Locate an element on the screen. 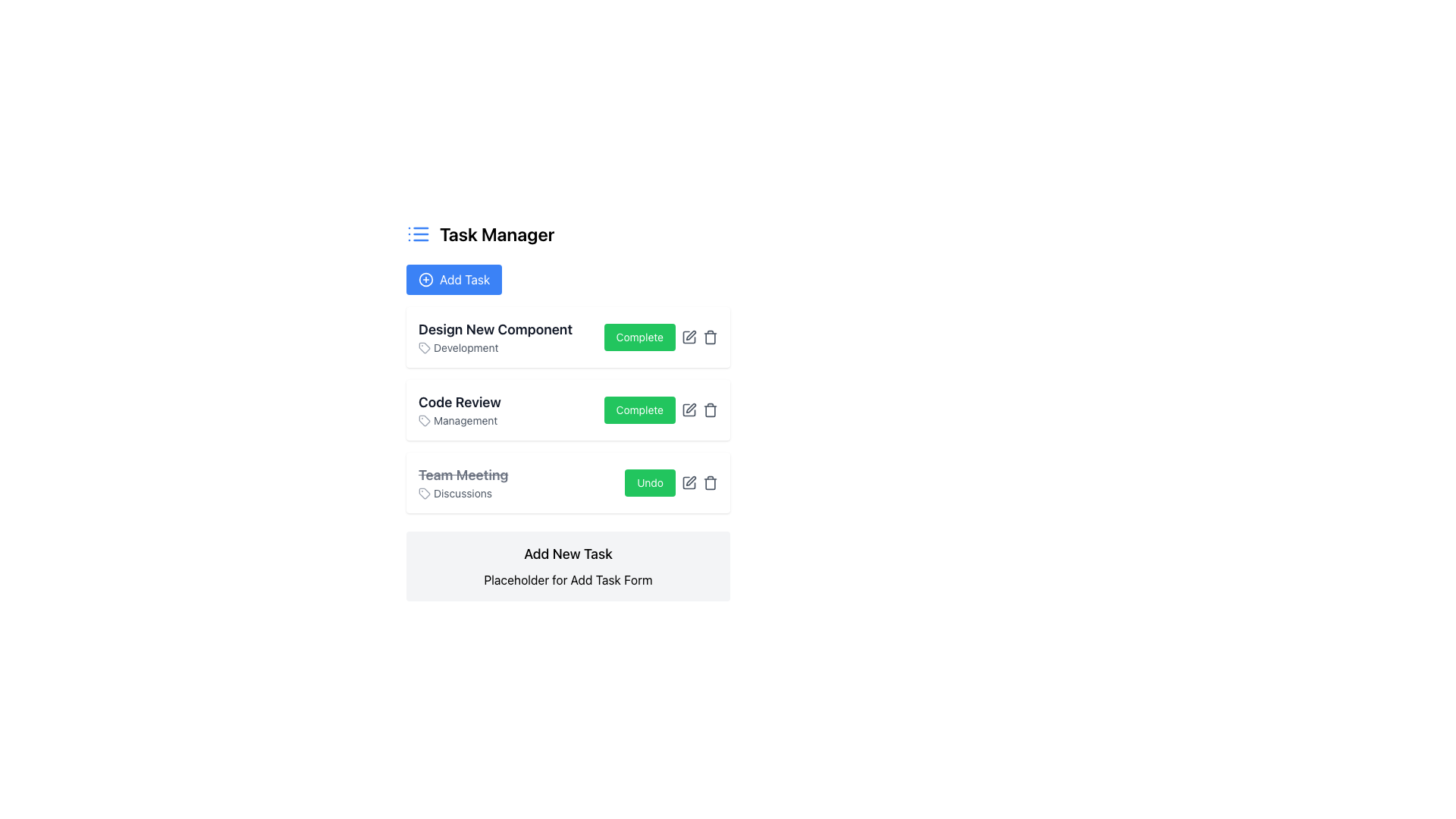 This screenshot has height=819, width=1456. the trash can icon button is located at coordinates (709, 409).